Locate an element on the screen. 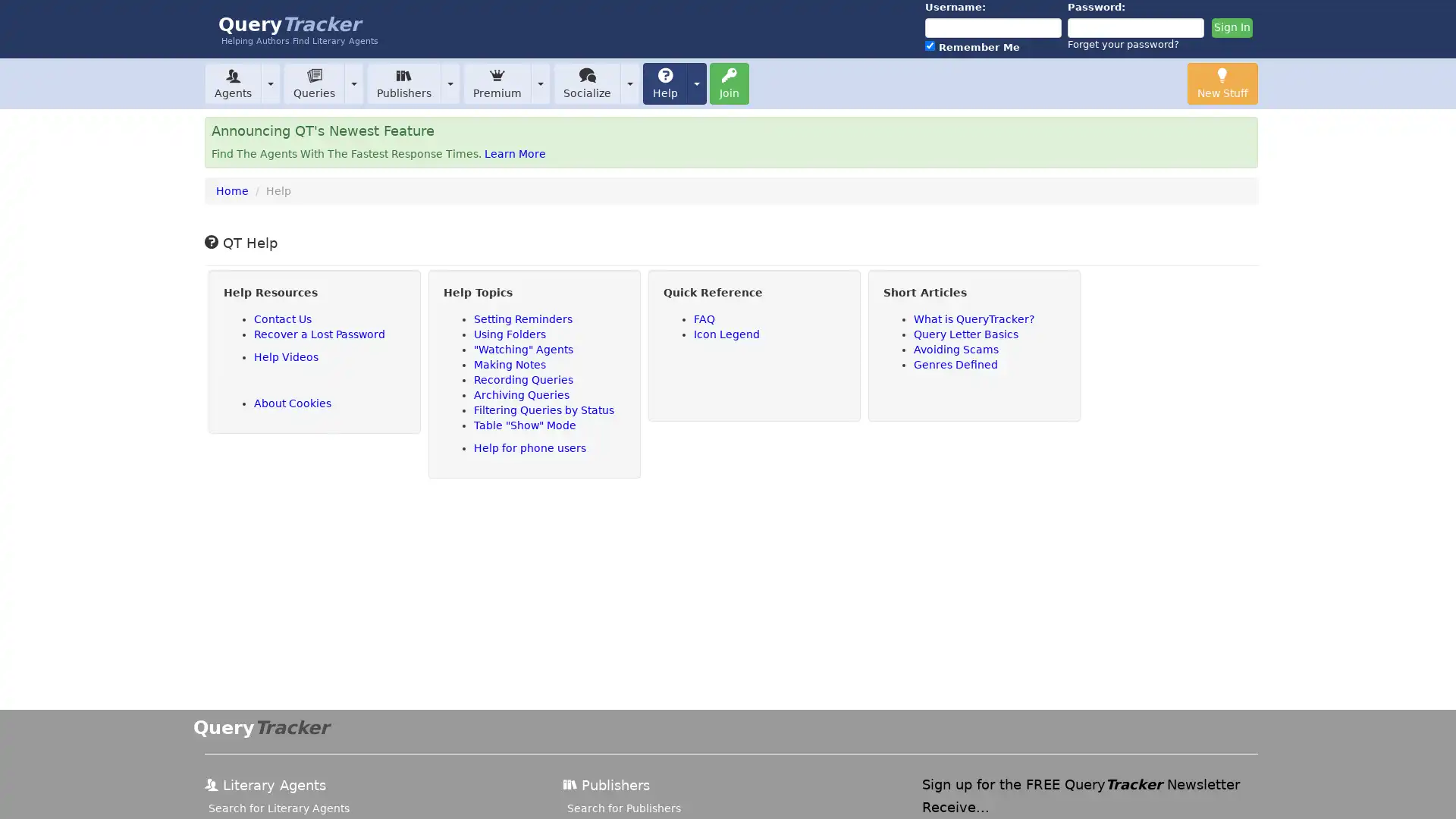 The image size is (1456, 819). Toggle Dropdown is located at coordinates (629, 83).